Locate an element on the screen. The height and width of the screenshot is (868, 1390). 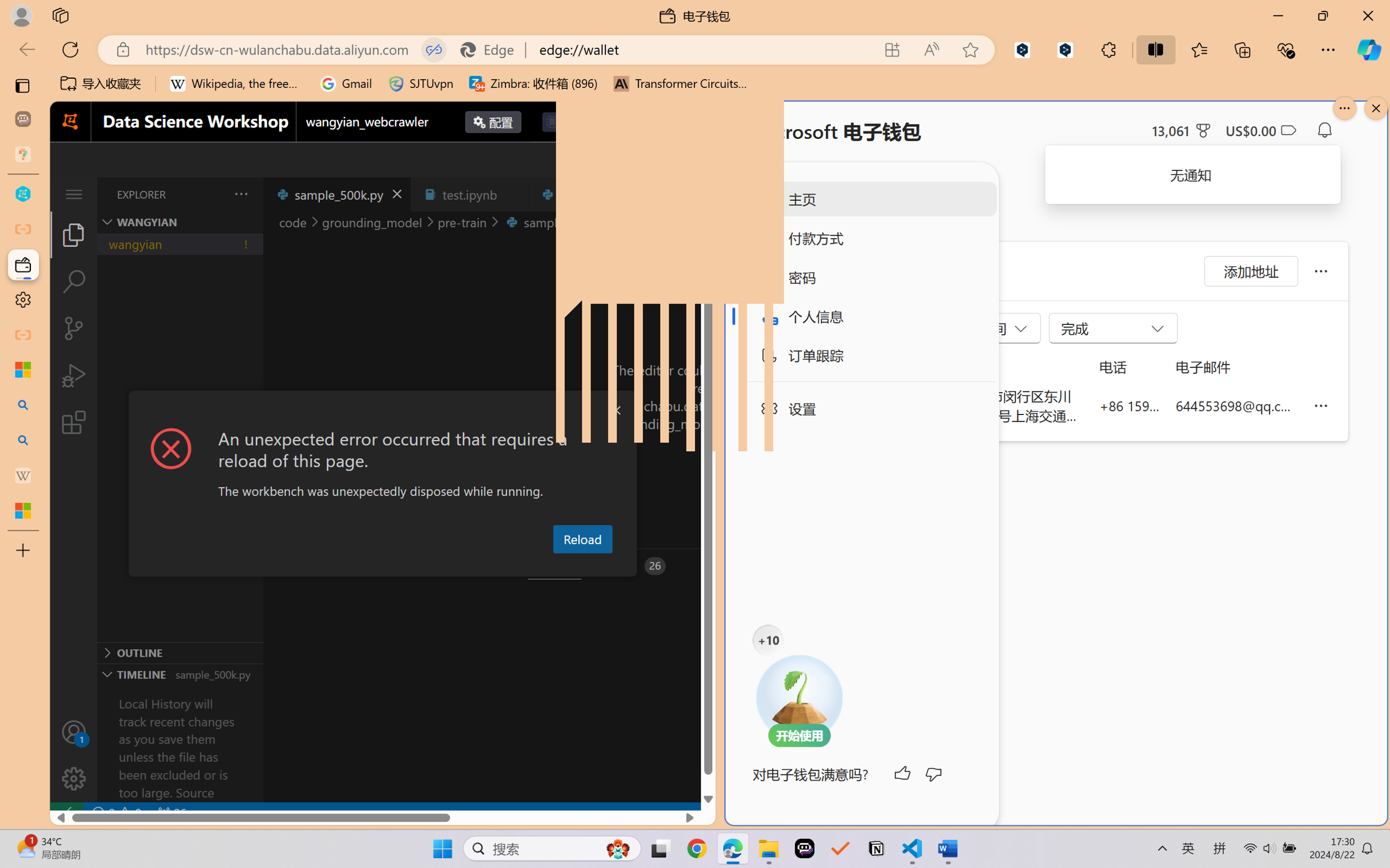
'Search (Ctrl+Shift+F)' is located at coordinates (73, 281).